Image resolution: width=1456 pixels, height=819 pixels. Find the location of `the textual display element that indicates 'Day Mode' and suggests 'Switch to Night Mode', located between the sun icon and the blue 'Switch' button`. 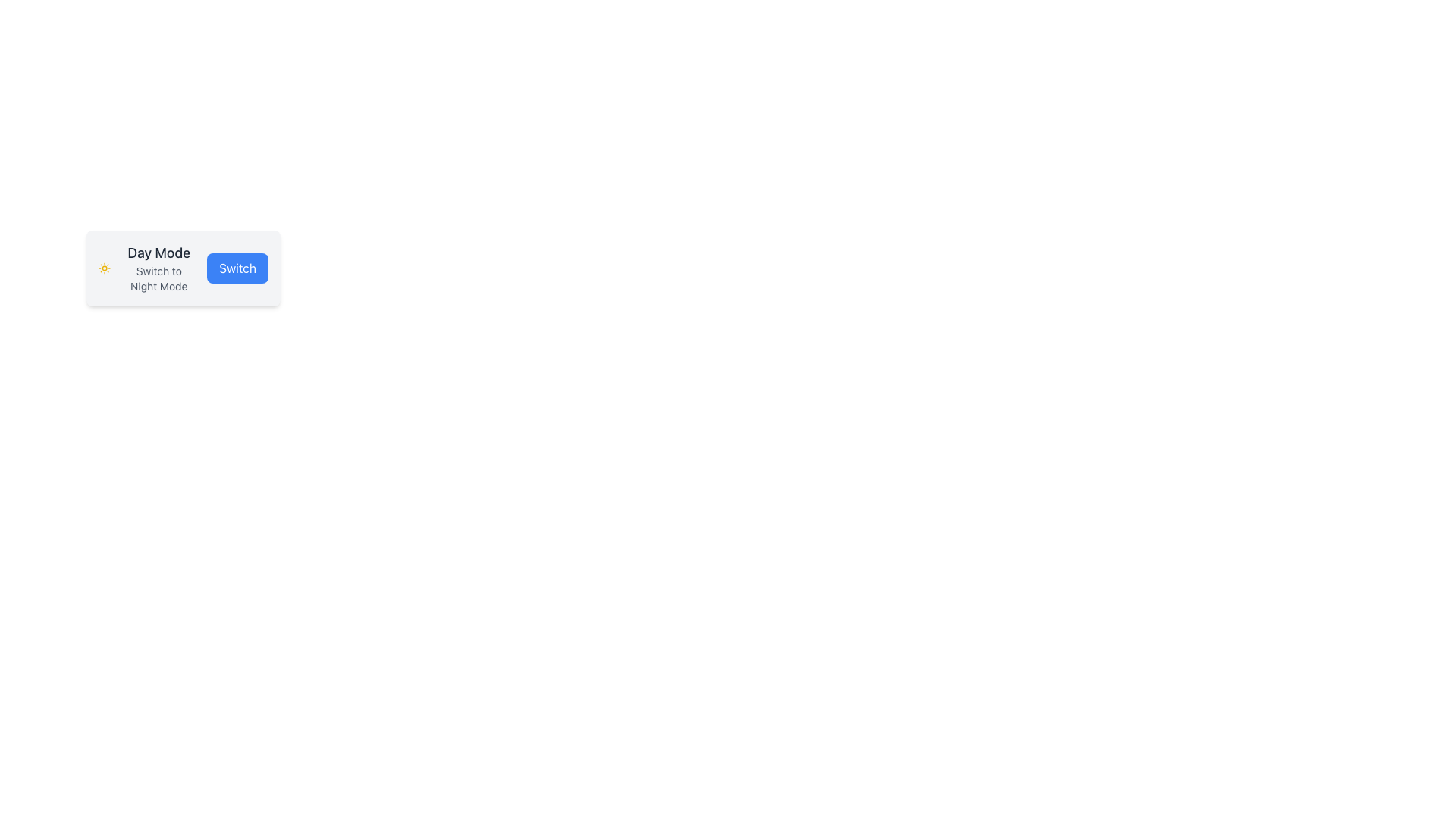

the textual display element that indicates 'Day Mode' and suggests 'Switch to Night Mode', located between the sun icon and the blue 'Switch' button is located at coordinates (158, 268).